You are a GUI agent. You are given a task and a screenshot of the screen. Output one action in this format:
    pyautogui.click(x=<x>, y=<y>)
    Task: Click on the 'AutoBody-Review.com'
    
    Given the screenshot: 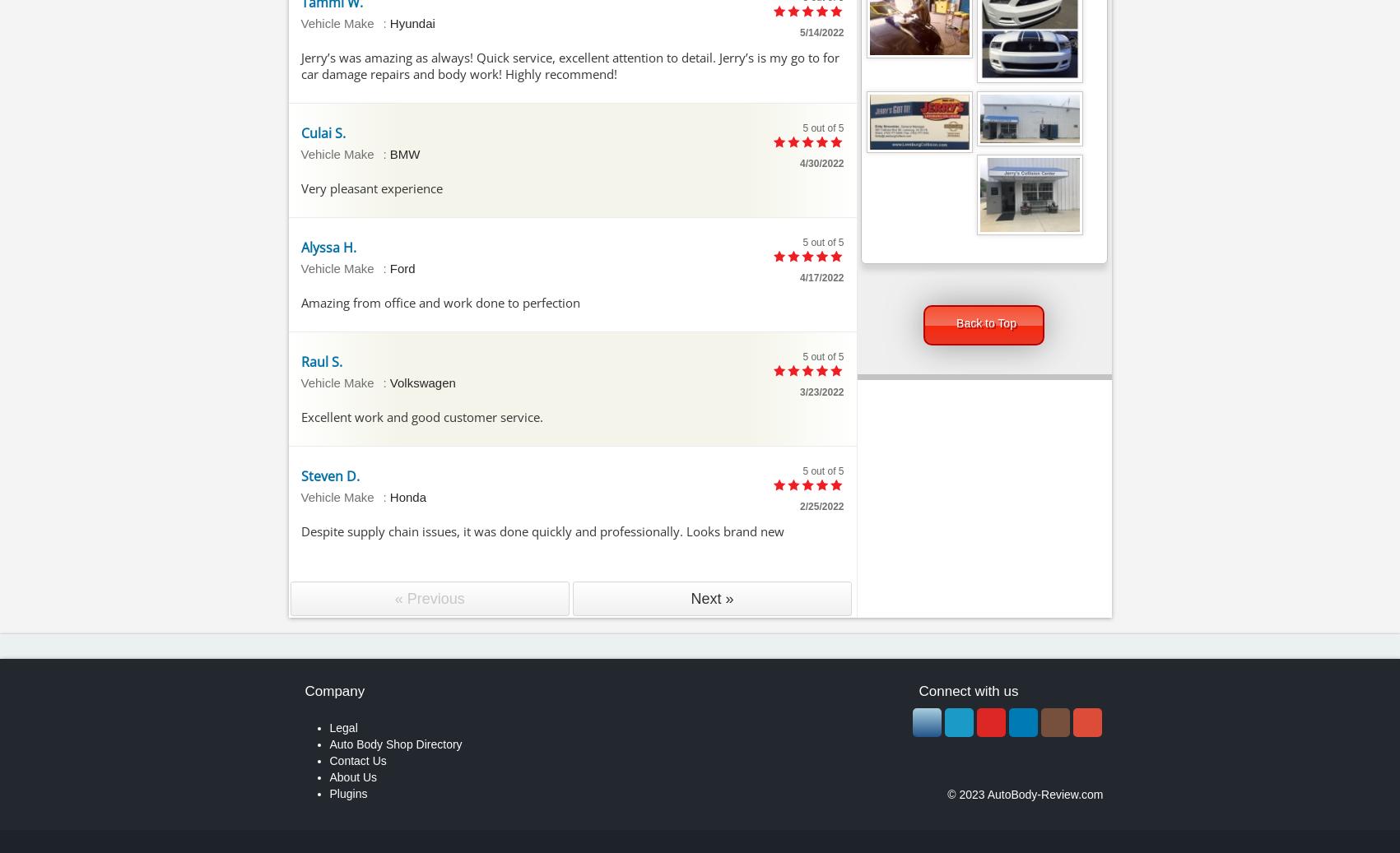 What is the action you would take?
    pyautogui.click(x=1044, y=794)
    